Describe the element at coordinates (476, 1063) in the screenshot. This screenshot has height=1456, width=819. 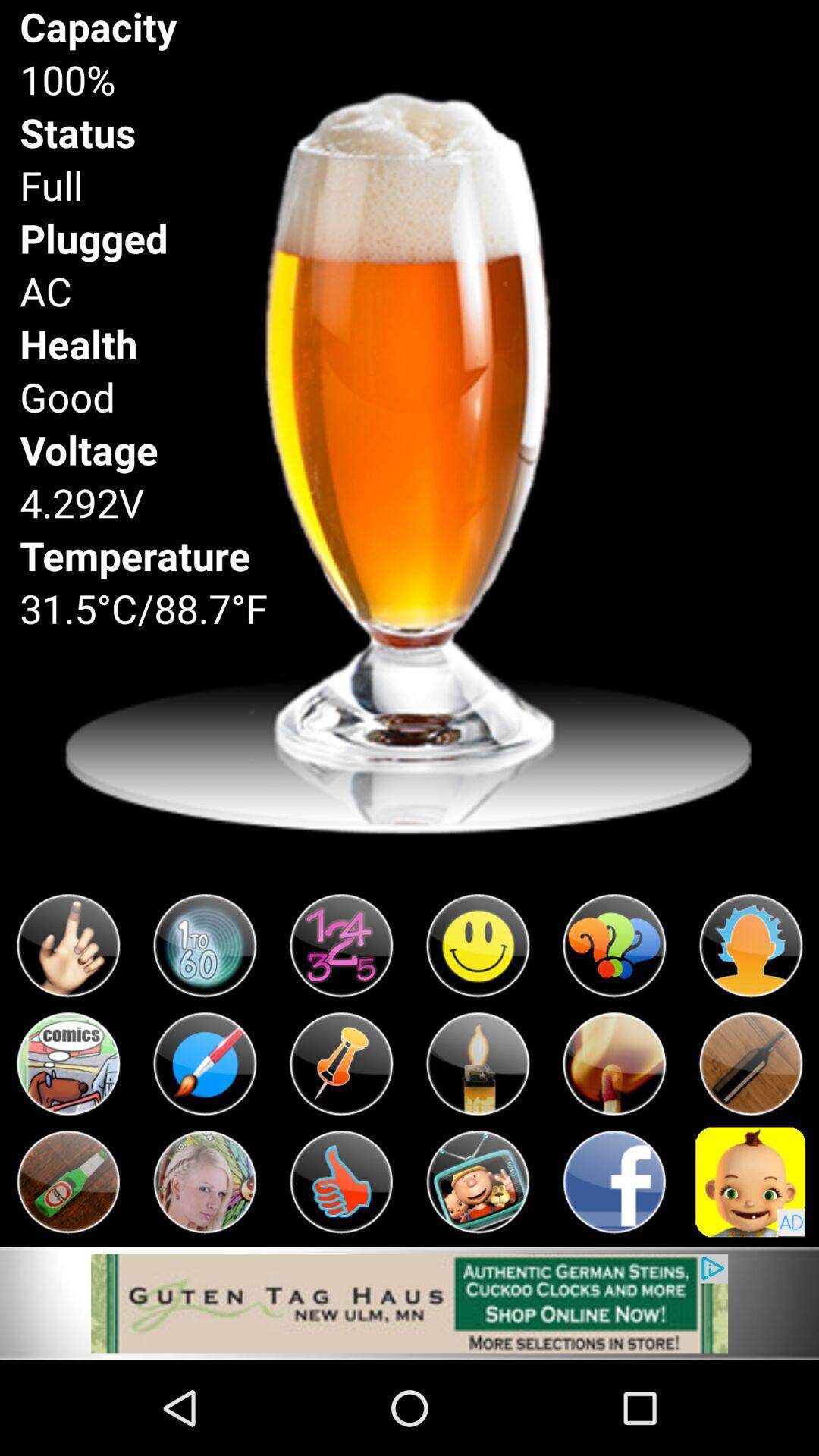
I see `play` at that location.